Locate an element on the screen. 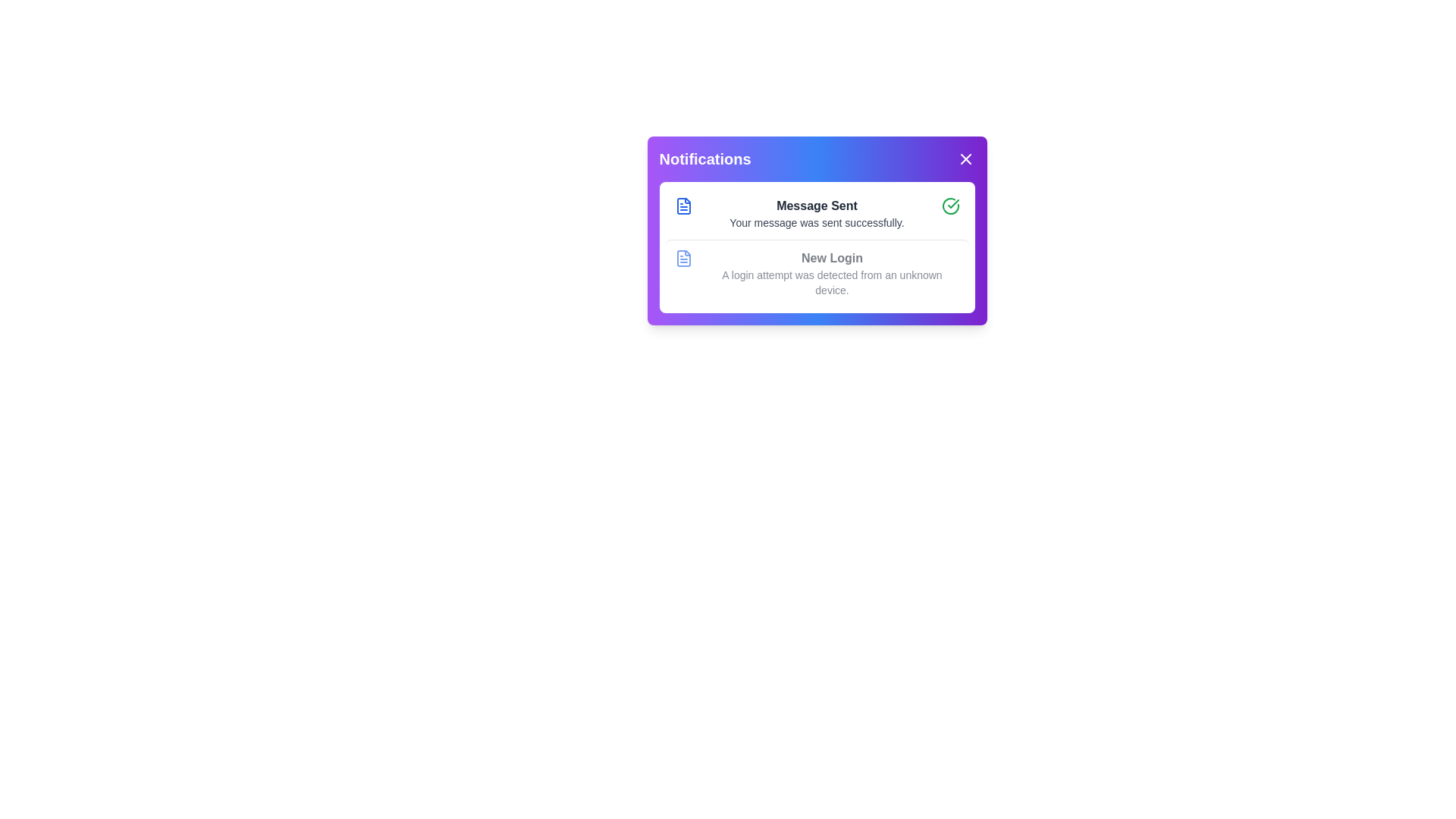 This screenshot has height=819, width=1456. informational text that states 'A login attempt was detected from an unknown device.' located beneath the bold title 'New Login' within the notification card is located at coordinates (831, 283).